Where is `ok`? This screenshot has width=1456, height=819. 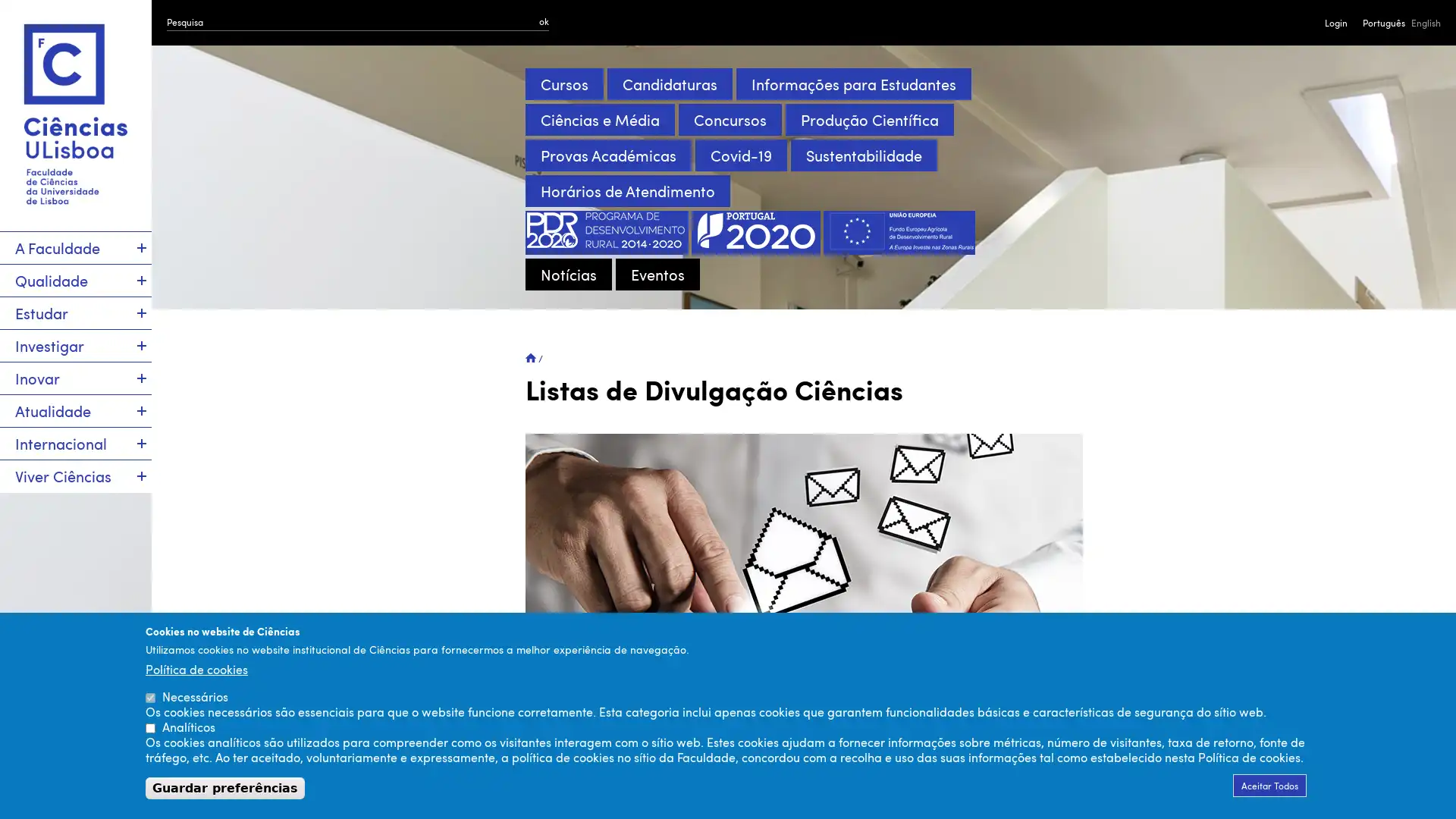 ok is located at coordinates (544, 20).